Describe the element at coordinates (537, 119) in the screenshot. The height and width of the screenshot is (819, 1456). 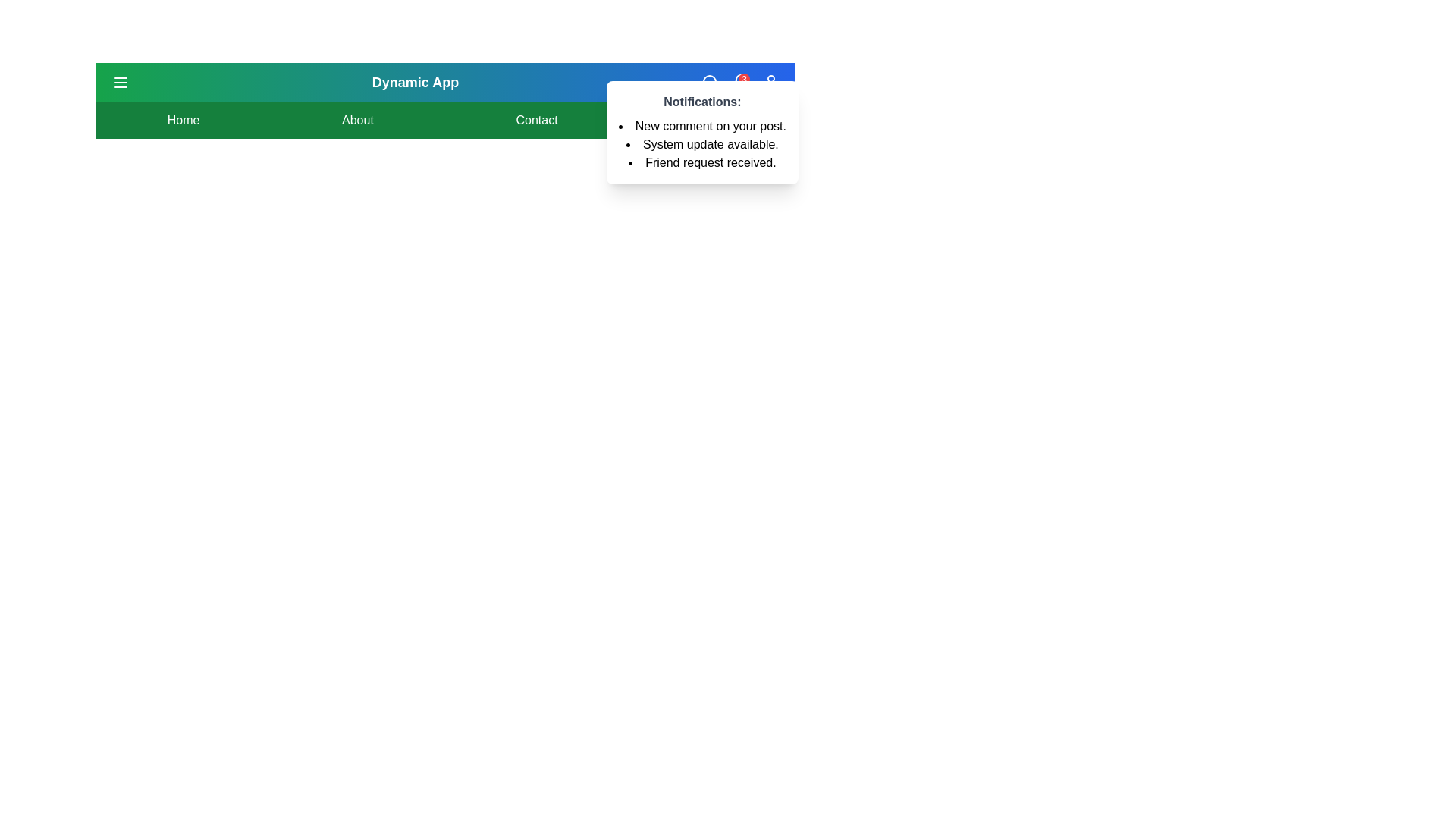
I see `the Contact menu item to navigate to the corresponding section` at that location.